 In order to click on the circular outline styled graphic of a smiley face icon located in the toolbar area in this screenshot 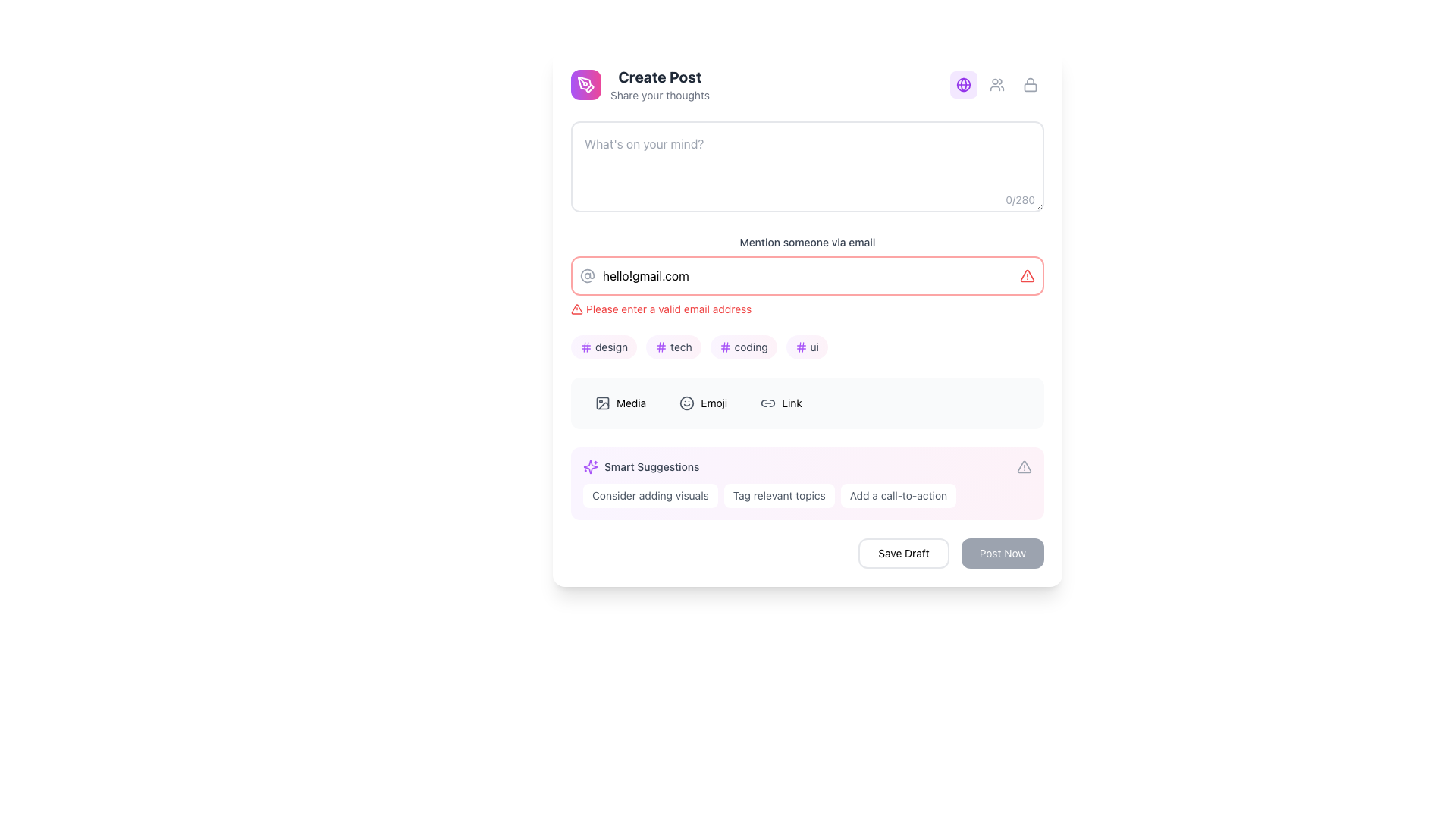, I will do `click(686, 403)`.